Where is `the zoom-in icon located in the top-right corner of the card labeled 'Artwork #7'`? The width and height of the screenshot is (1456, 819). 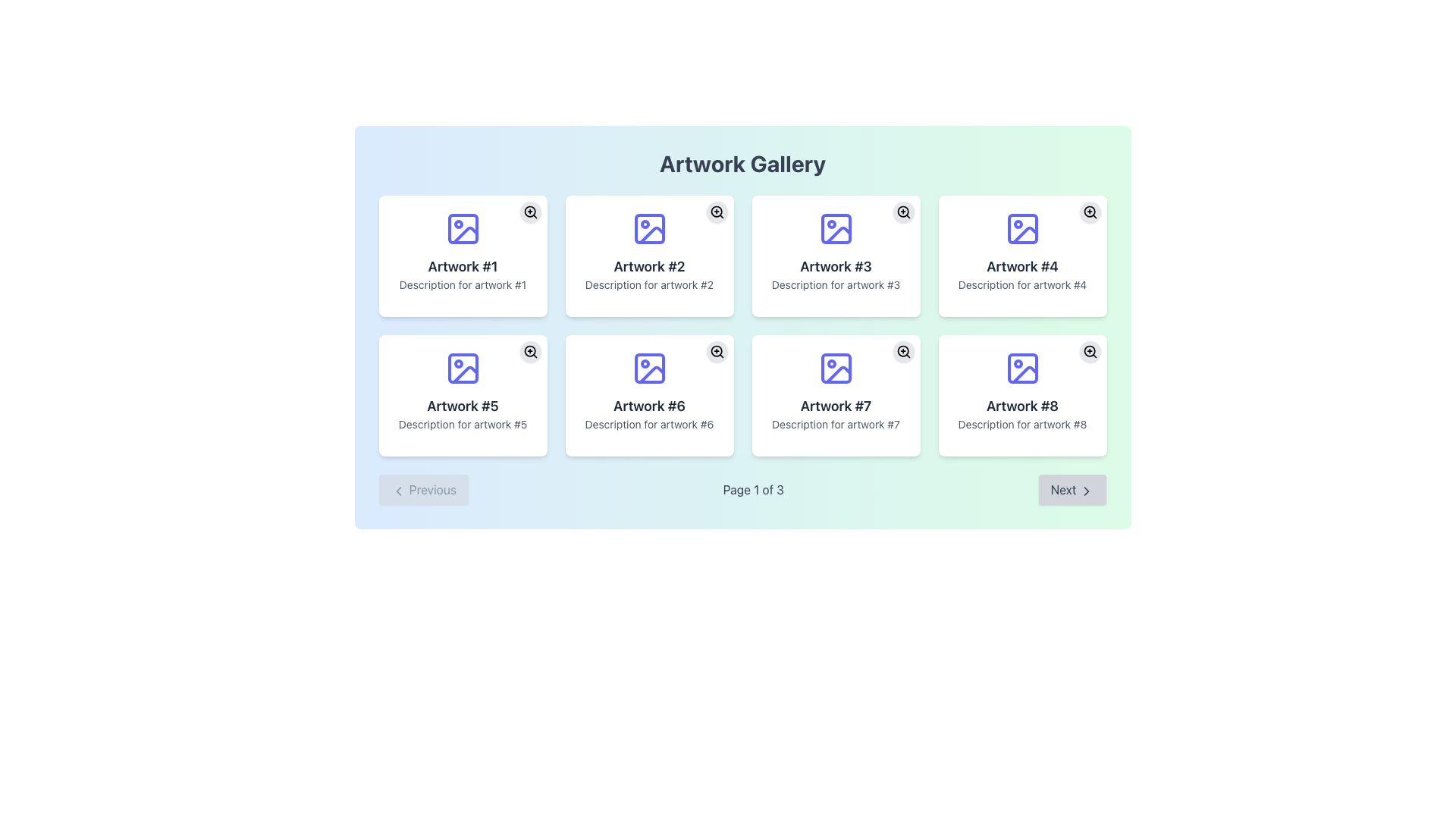
the zoom-in icon located in the top-right corner of the card labeled 'Artwork #7' is located at coordinates (903, 351).